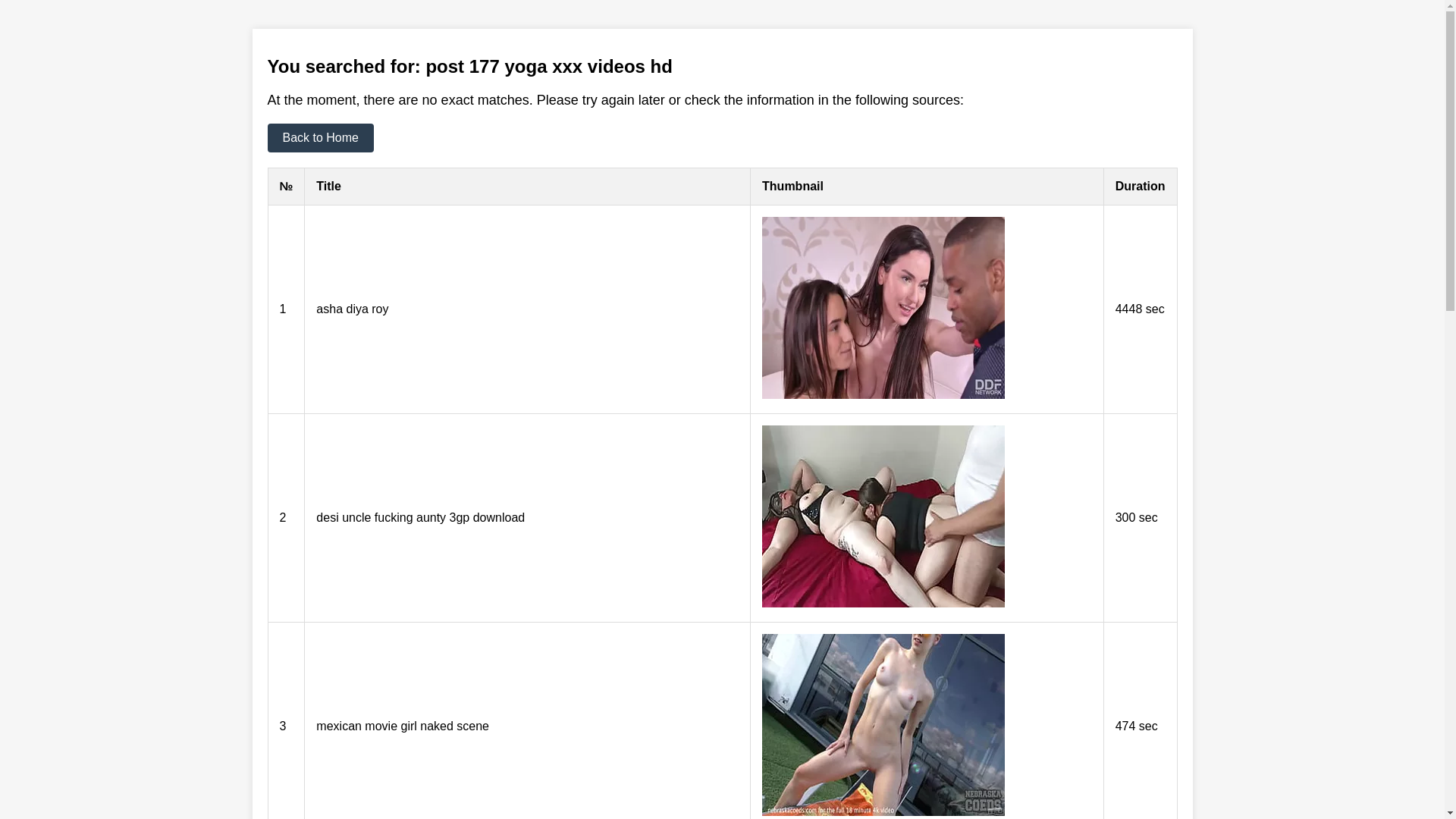 The height and width of the screenshot is (819, 1456). I want to click on 'Back to Home', so click(266, 137).